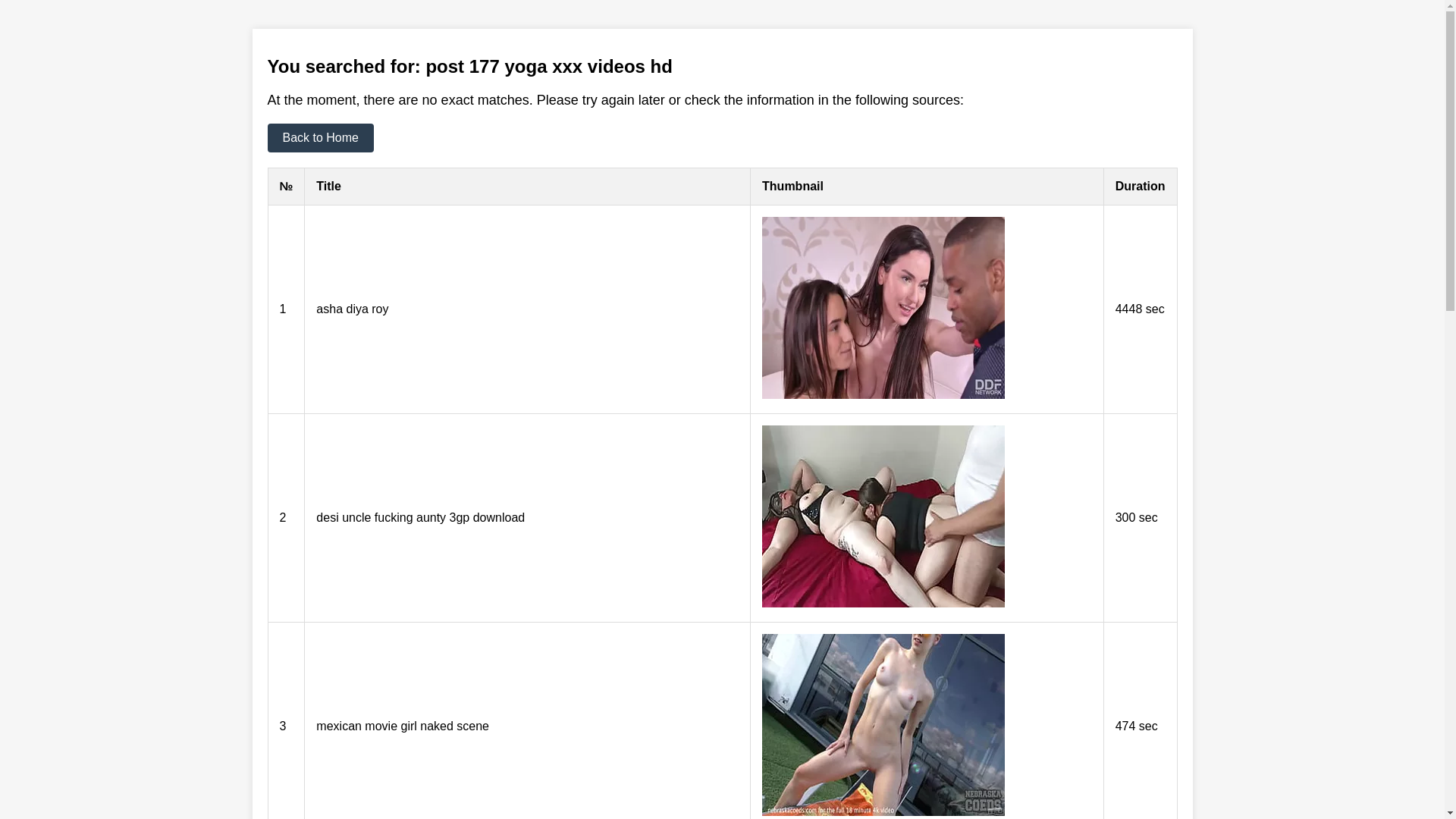 The height and width of the screenshot is (819, 1456). I want to click on 'Back to Home', so click(266, 137).